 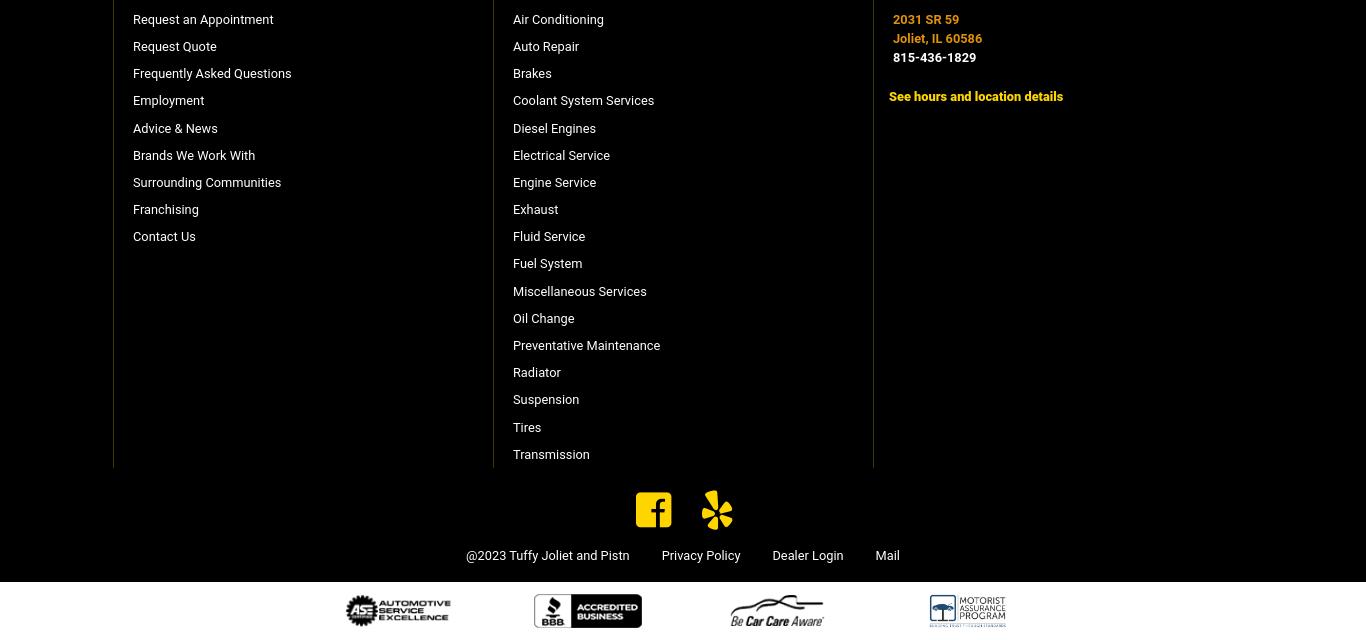 I want to click on 'Brands We Work With', so click(x=132, y=153).